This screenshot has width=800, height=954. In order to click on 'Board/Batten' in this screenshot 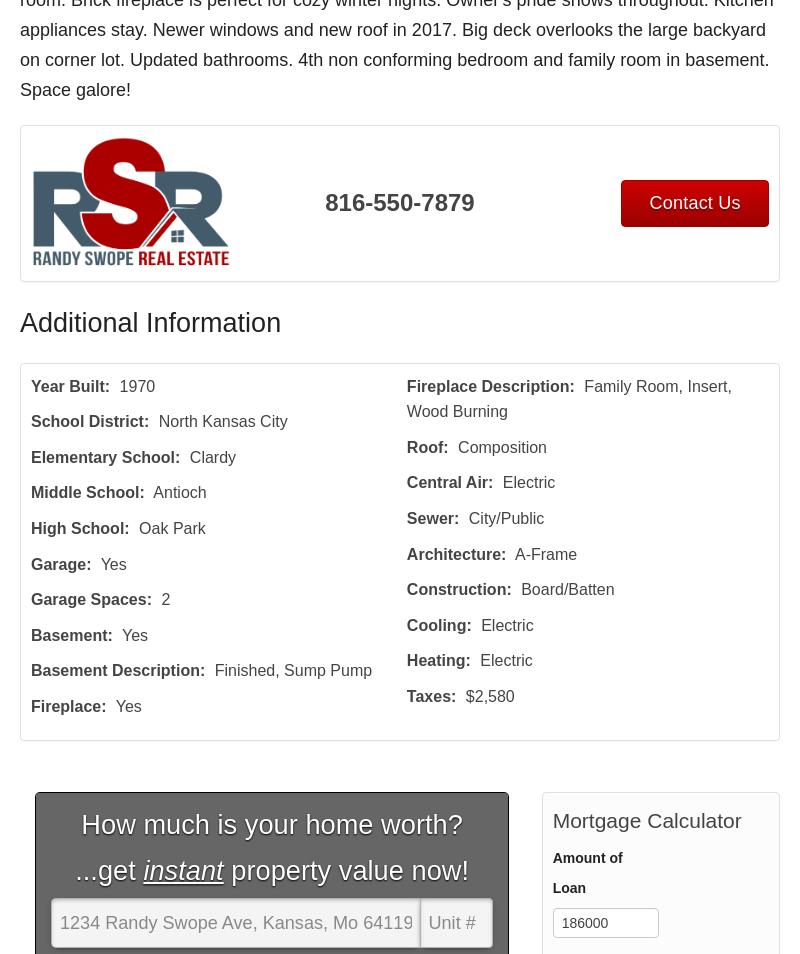, I will do `click(567, 588)`.